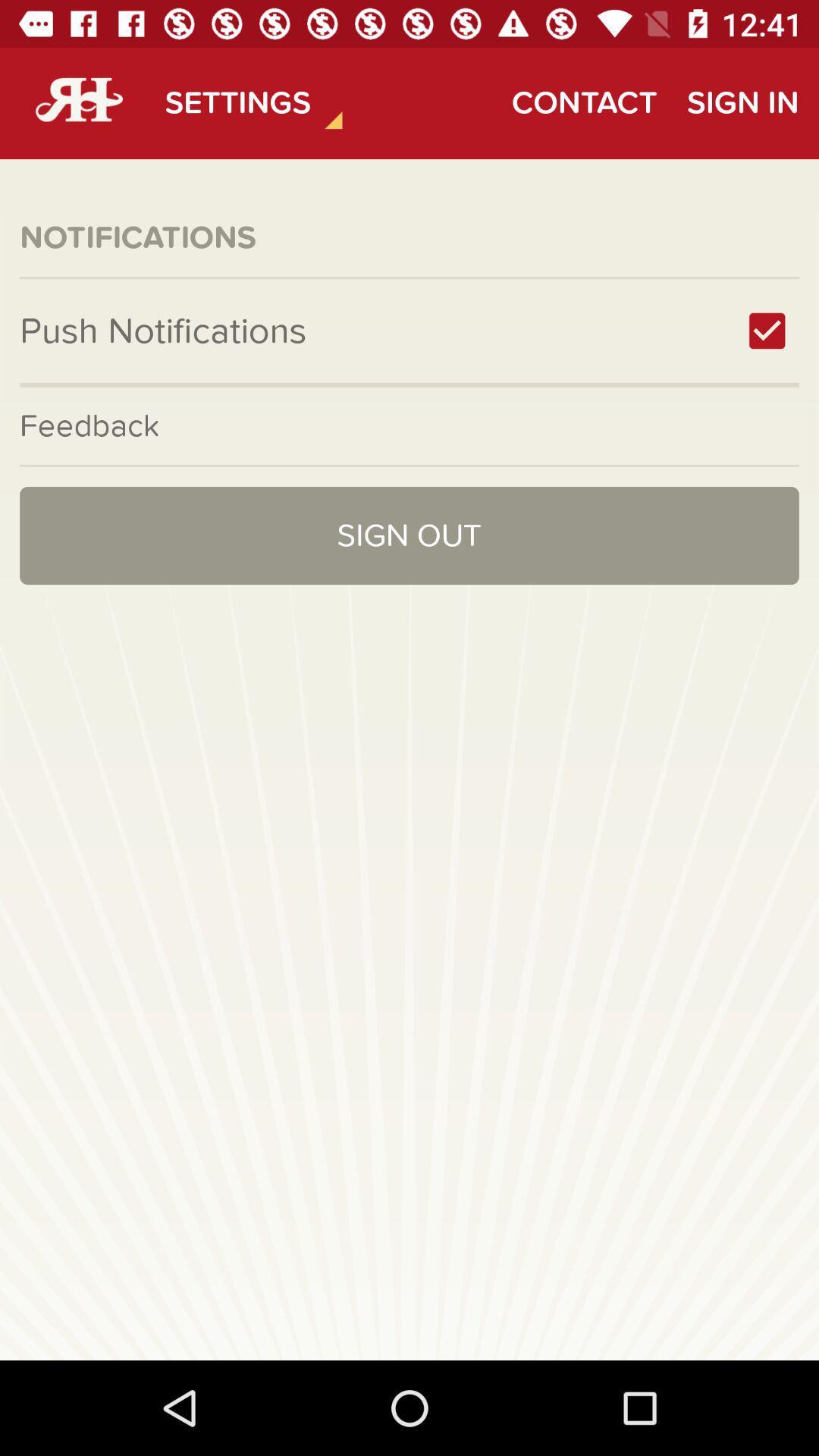  Describe the element at coordinates (767, 330) in the screenshot. I see `turn off push notifications` at that location.